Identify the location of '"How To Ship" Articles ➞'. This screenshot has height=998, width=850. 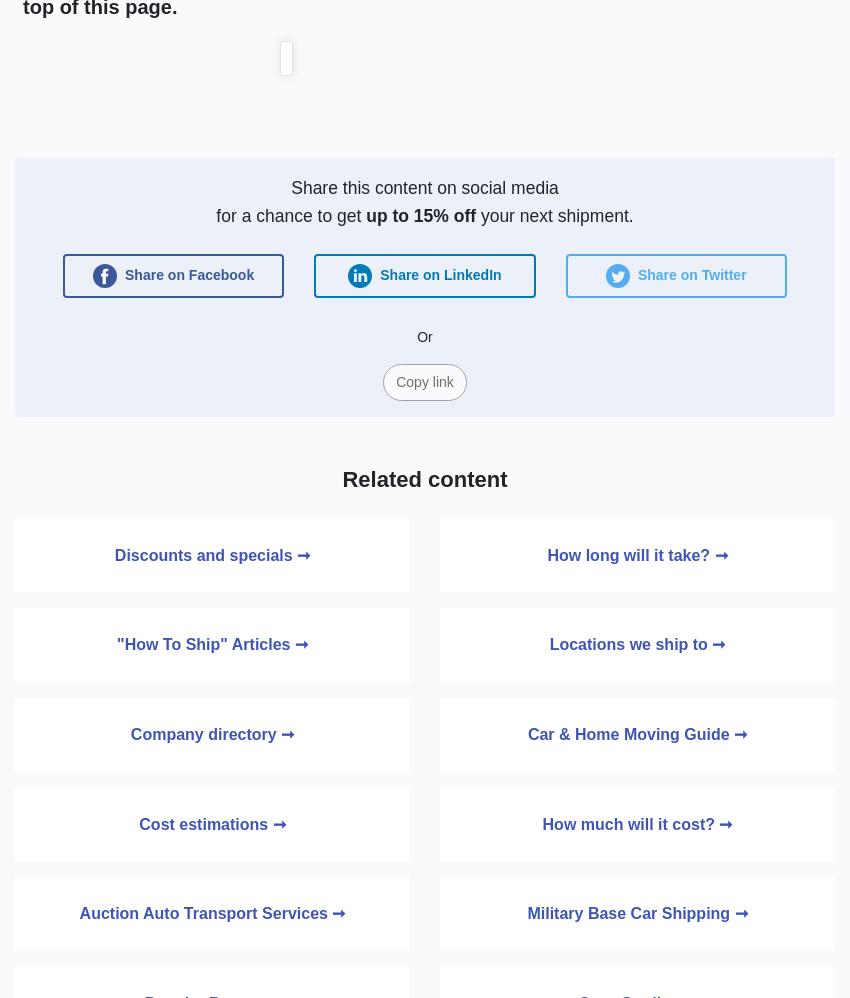
(210, 644).